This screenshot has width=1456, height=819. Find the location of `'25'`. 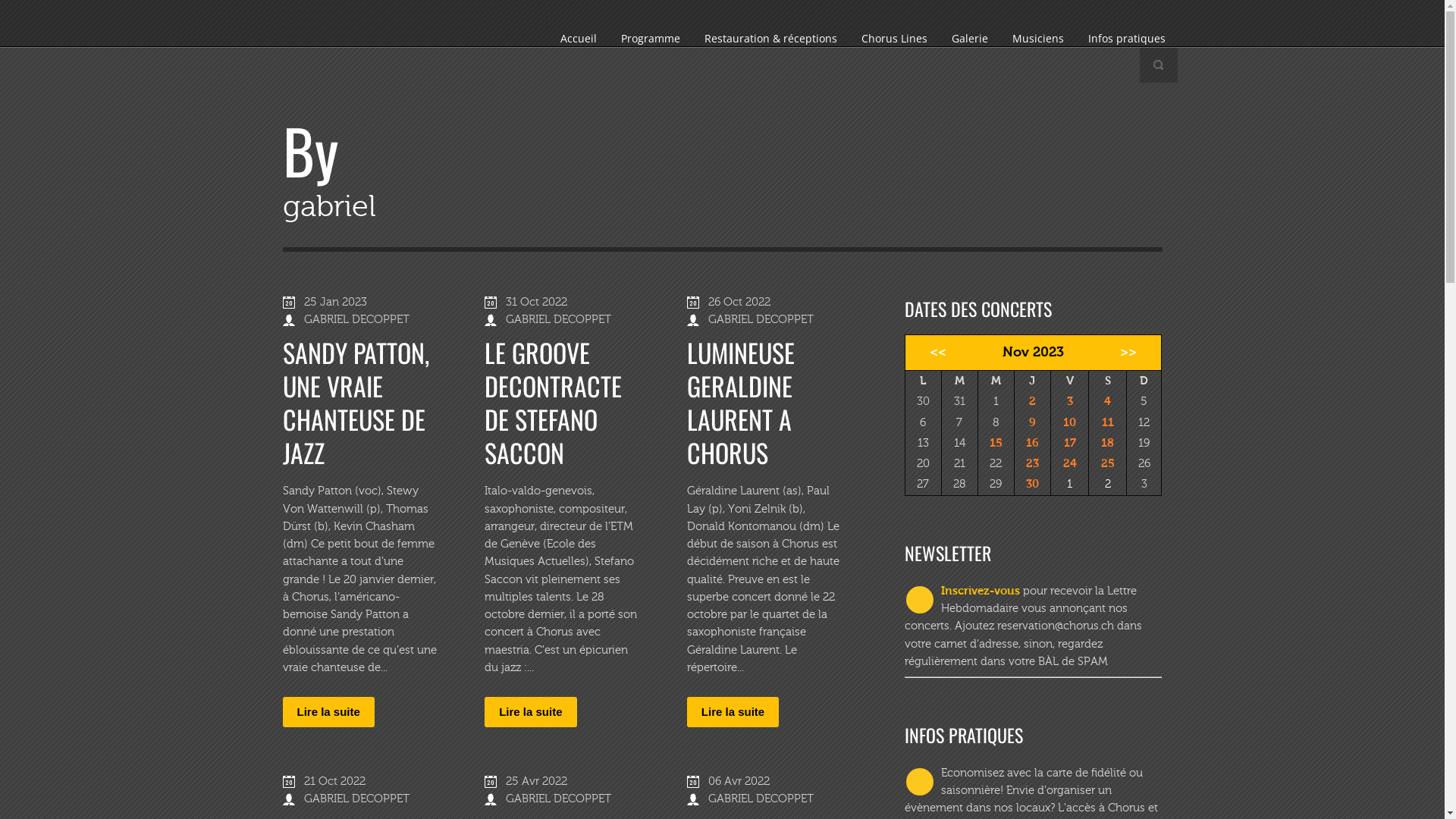

'25' is located at coordinates (1107, 462).